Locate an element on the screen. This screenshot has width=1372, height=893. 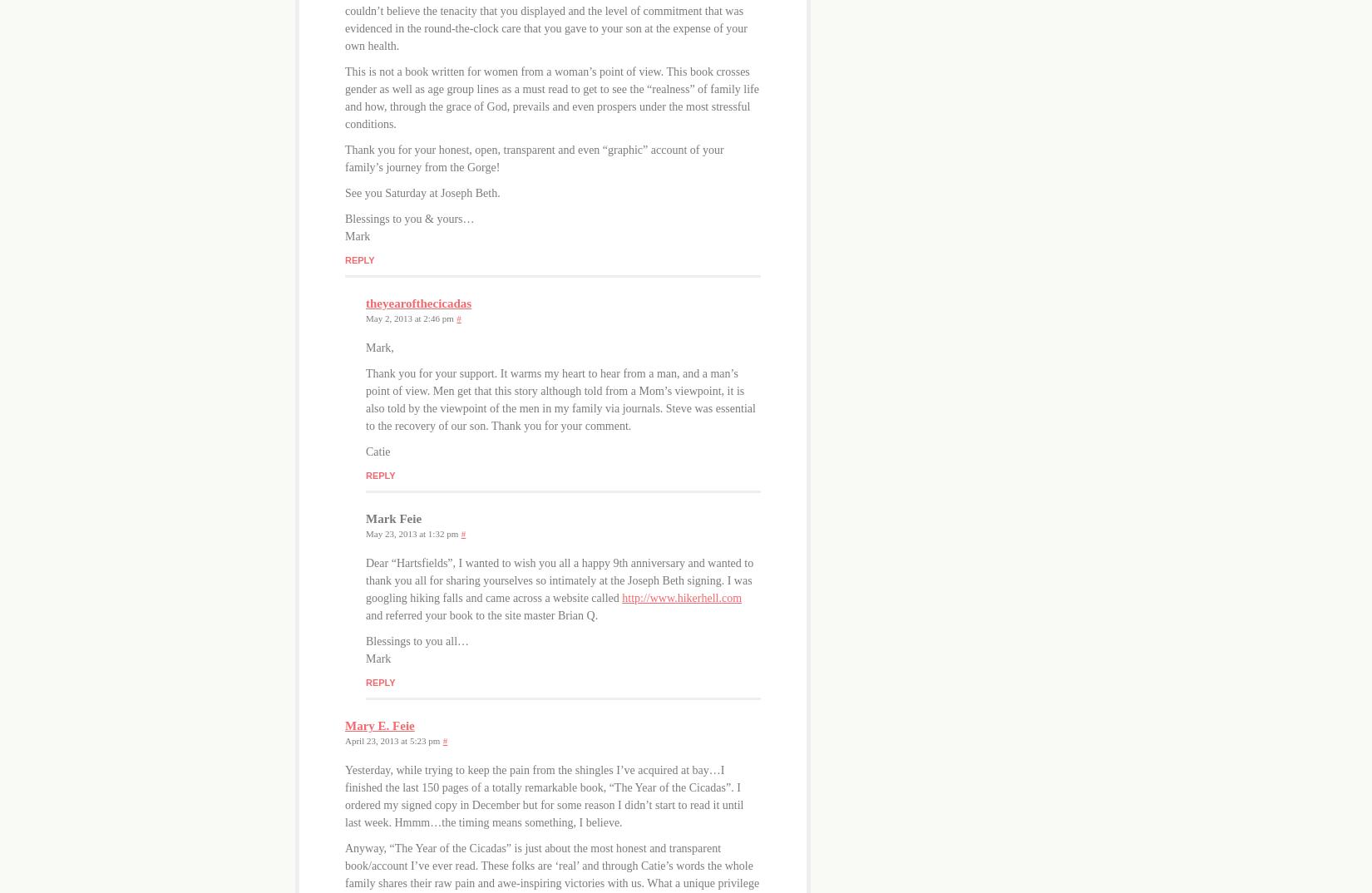
'Thank you for your honest, open, transparent and even “graphic” account of your family’s journey from the Gorge!' is located at coordinates (343, 157).